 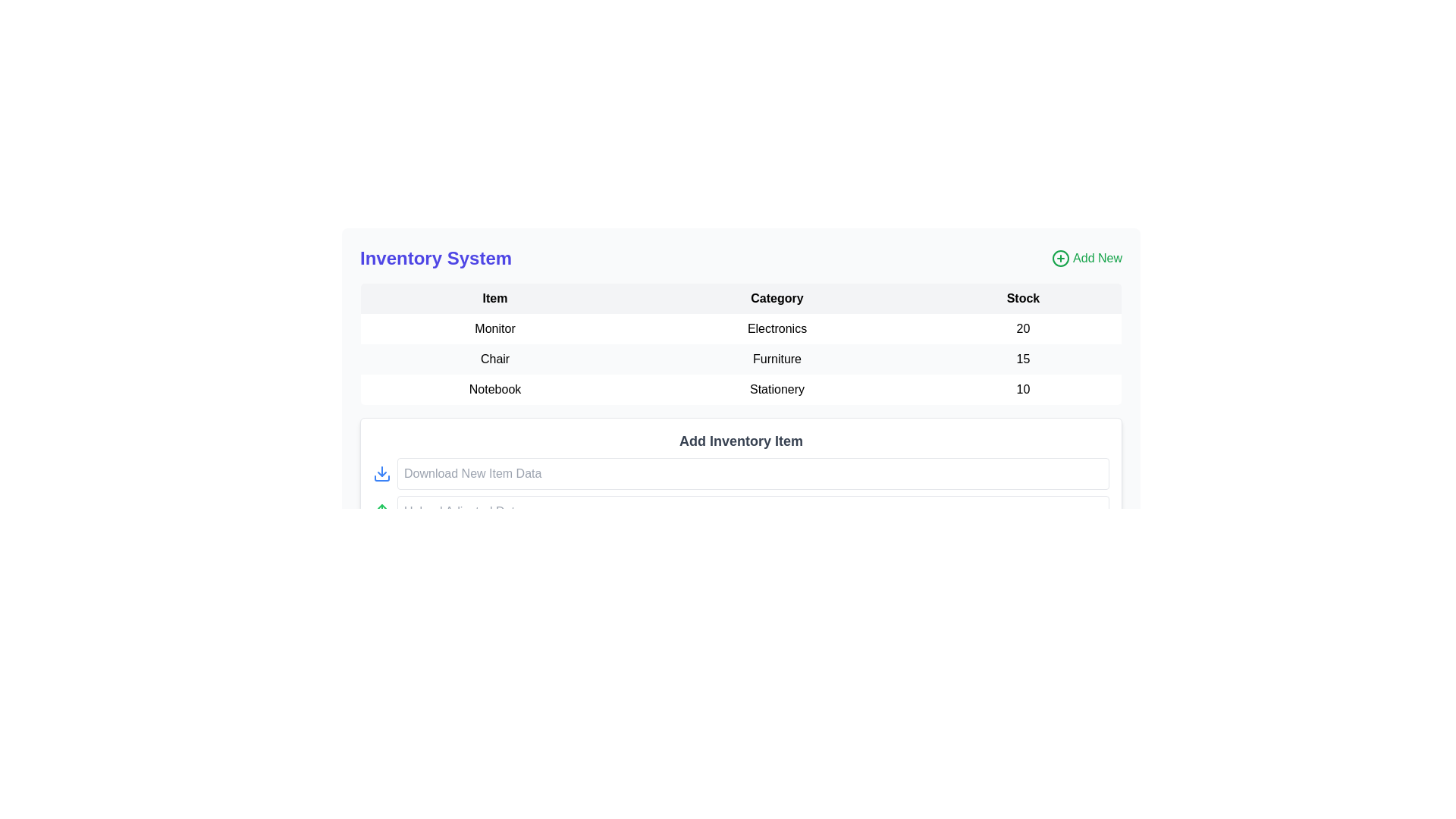 What do you see at coordinates (382, 479) in the screenshot?
I see `the lower part of the download symbol icon, which is a horizontal, rounded bottom rectangle outlined in blue` at bounding box center [382, 479].